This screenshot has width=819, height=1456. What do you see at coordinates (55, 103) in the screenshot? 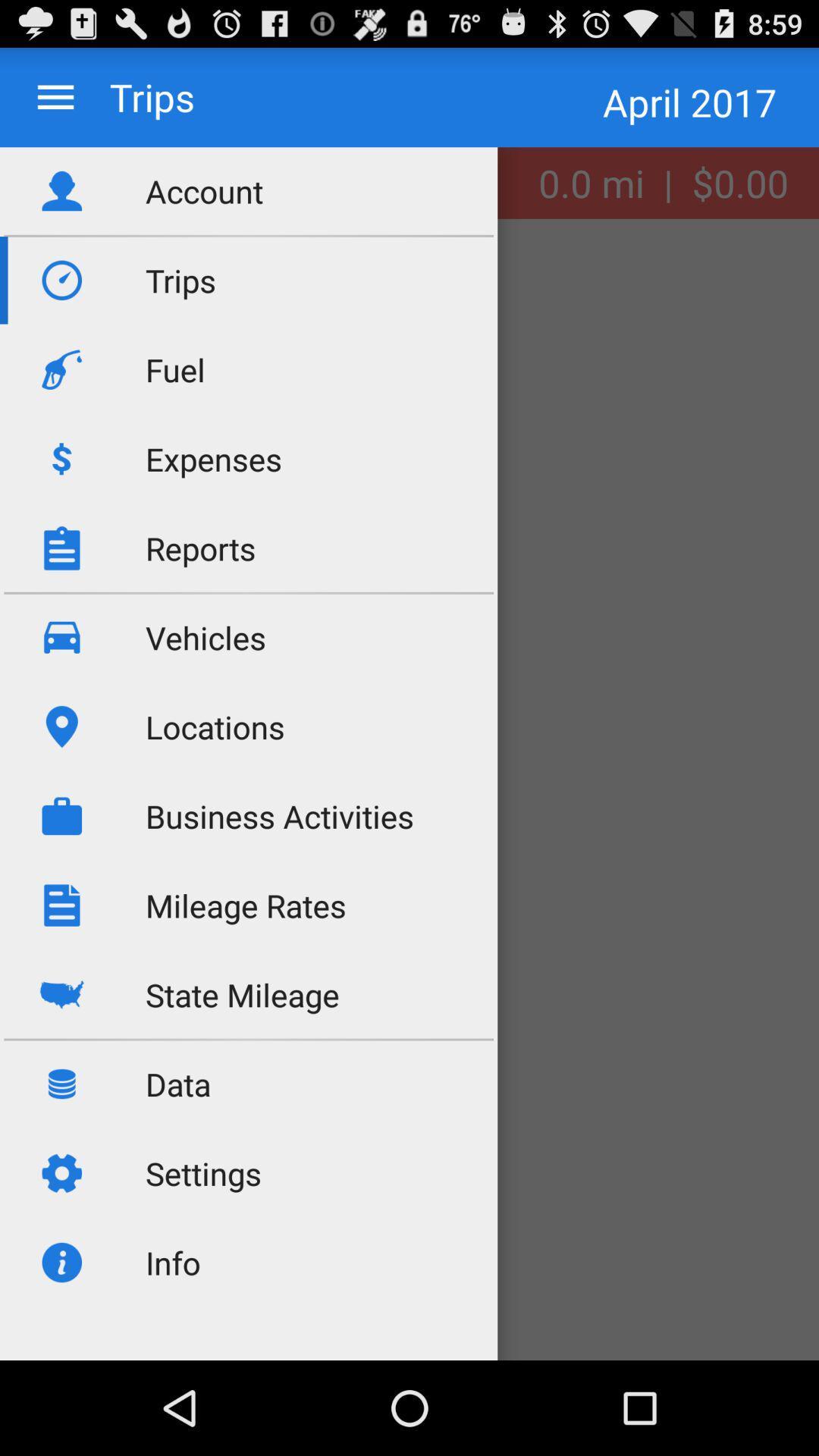
I see `the menu icon` at bounding box center [55, 103].